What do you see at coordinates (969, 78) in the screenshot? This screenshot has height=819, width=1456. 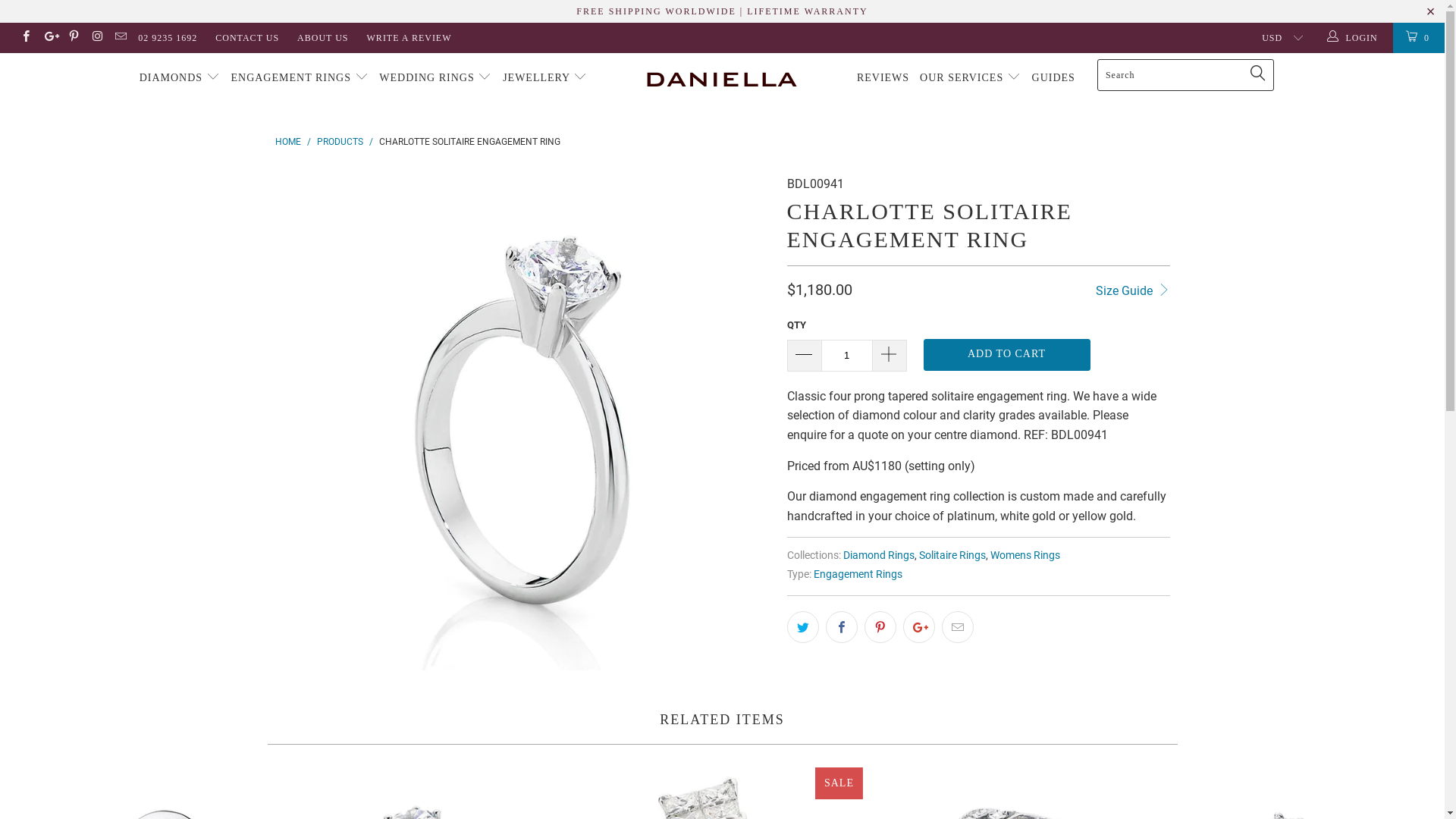 I see `'OUR SERVICES'` at bounding box center [969, 78].